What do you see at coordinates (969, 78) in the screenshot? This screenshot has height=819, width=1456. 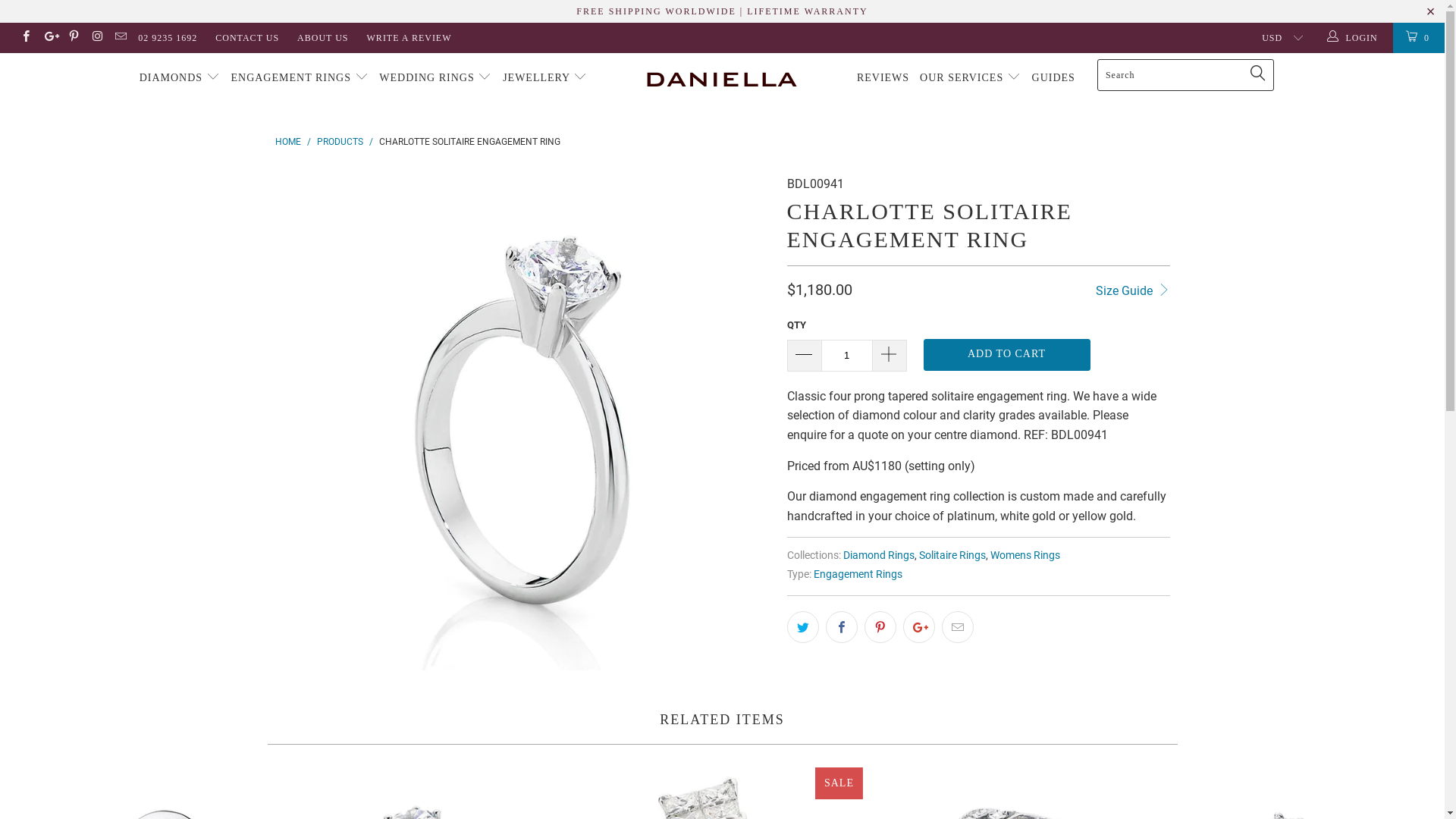 I see `'OUR SERVICES'` at bounding box center [969, 78].